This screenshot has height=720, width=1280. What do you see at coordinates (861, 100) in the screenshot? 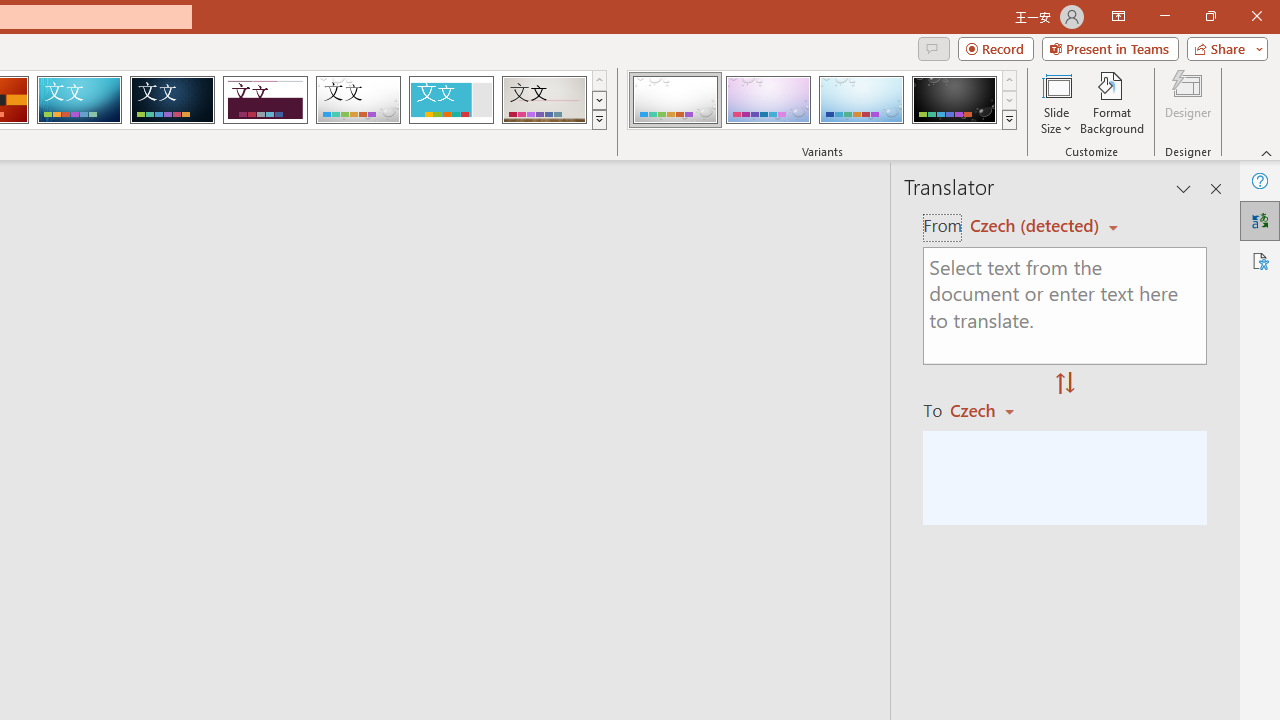
I see `'Droplet Variant 3'` at bounding box center [861, 100].